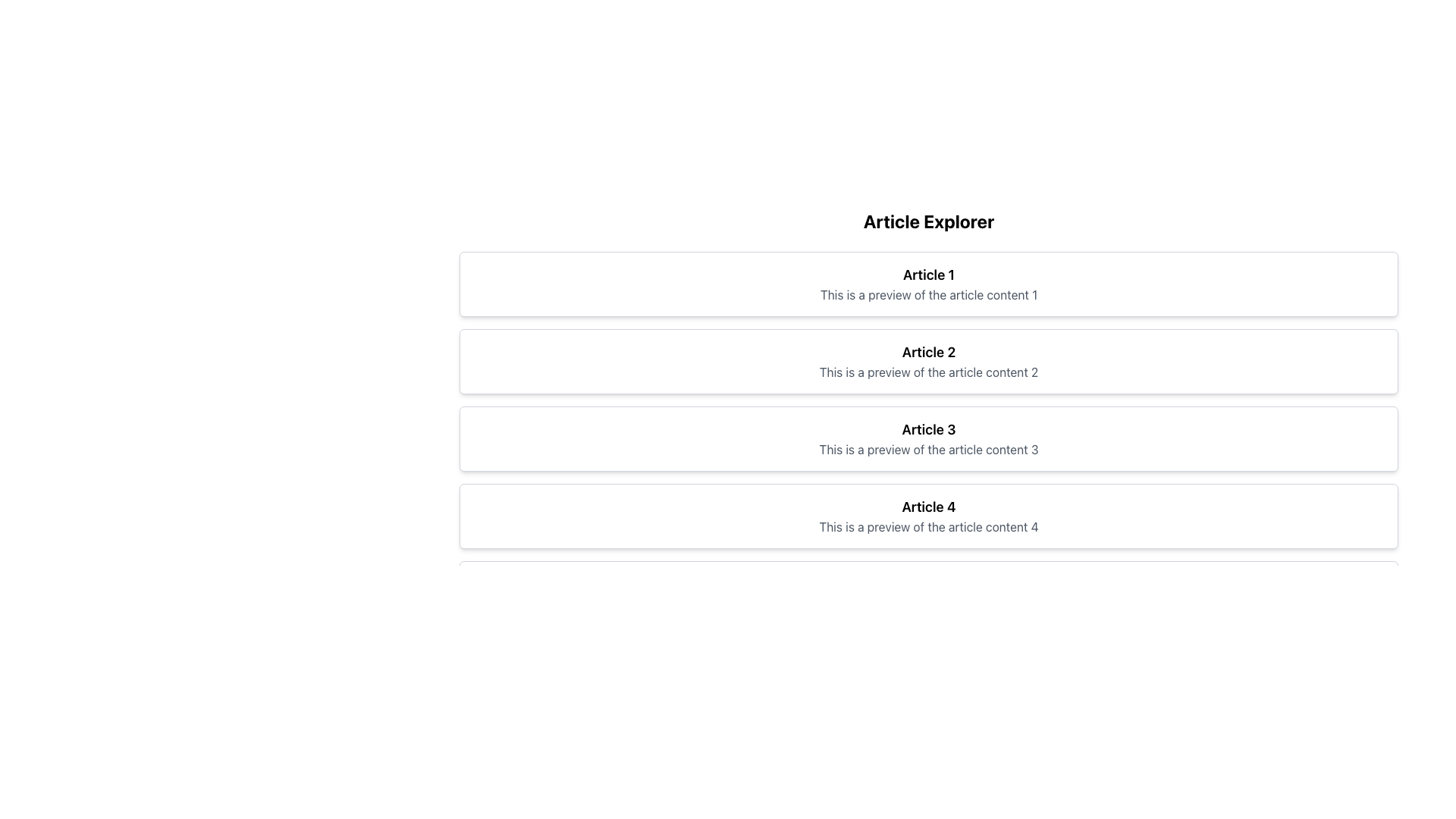  Describe the element at coordinates (927, 221) in the screenshot. I see `text from the 'Article Explorer' text label, which is bold and large at the top of the content section` at that location.